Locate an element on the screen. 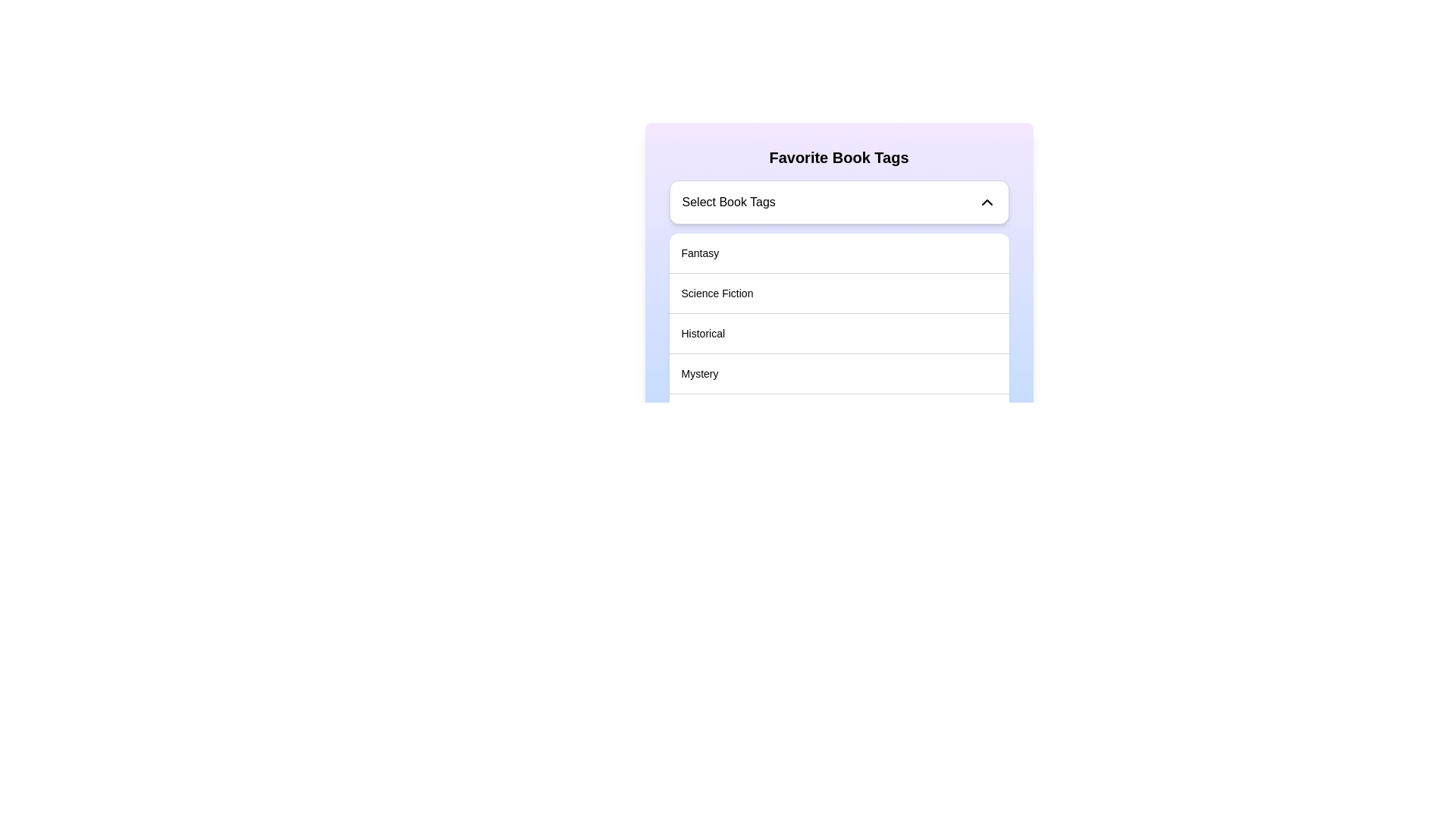  the fourth item in the 'Favorite Book Tags' section of the list, which represents a selectable category or tag option for book genres is located at coordinates (838, 373).